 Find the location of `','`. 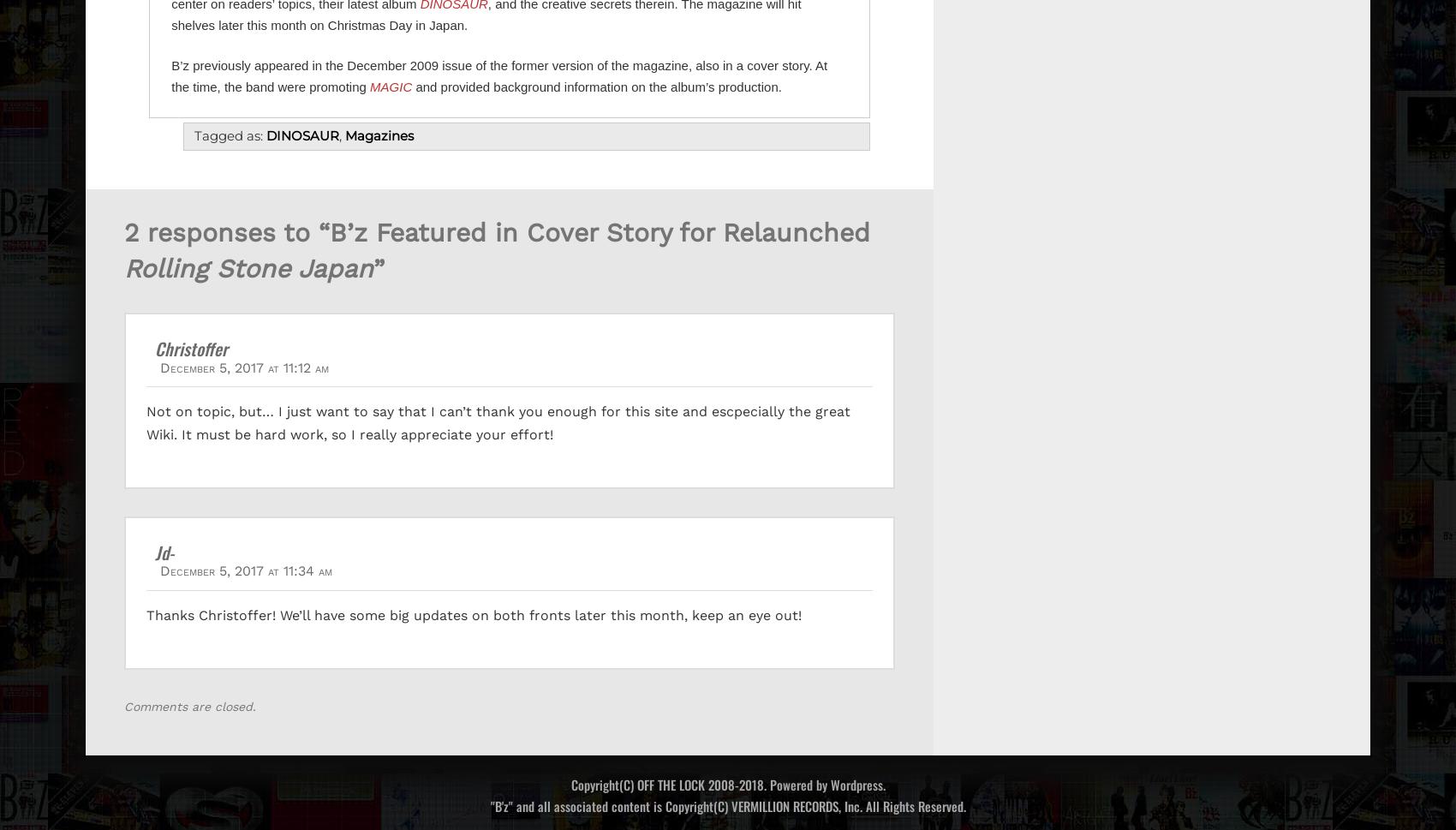

',' is located at coordinates (341, 134).